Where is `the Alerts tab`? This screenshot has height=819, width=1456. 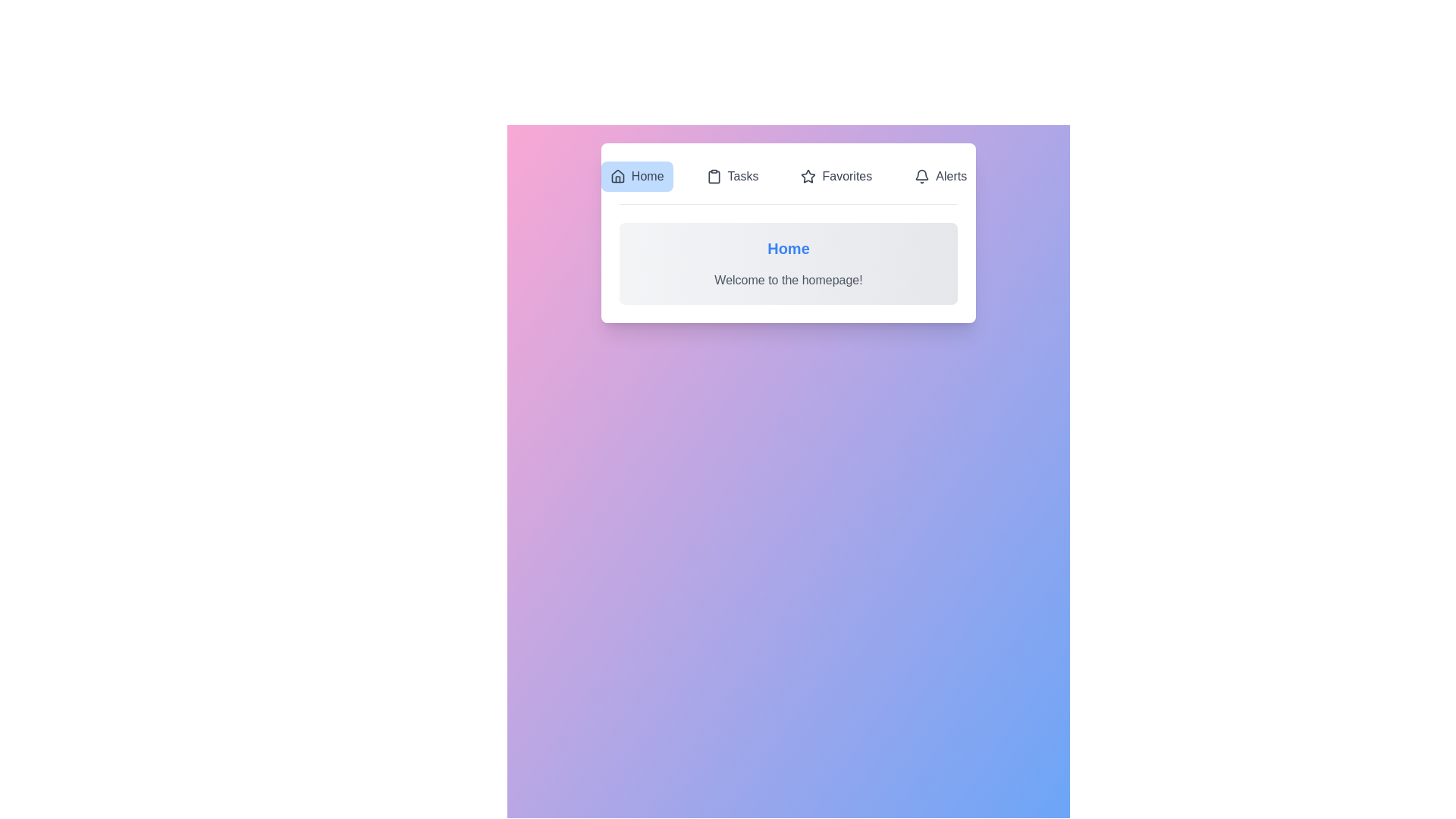
the Alerts tab is located at coordinates (940, 175).